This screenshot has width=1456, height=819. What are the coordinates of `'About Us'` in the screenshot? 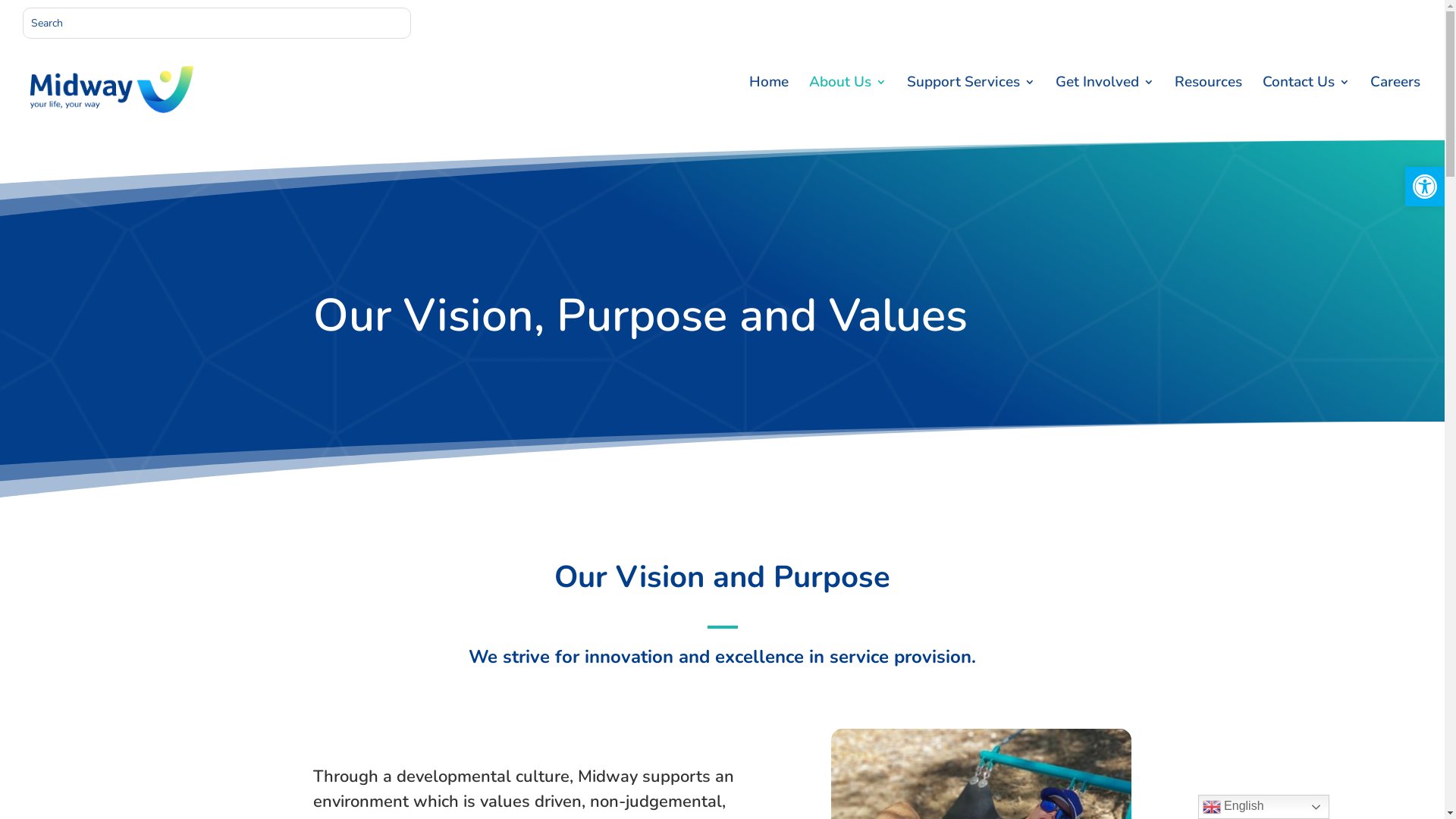 It's located at (847, 107).